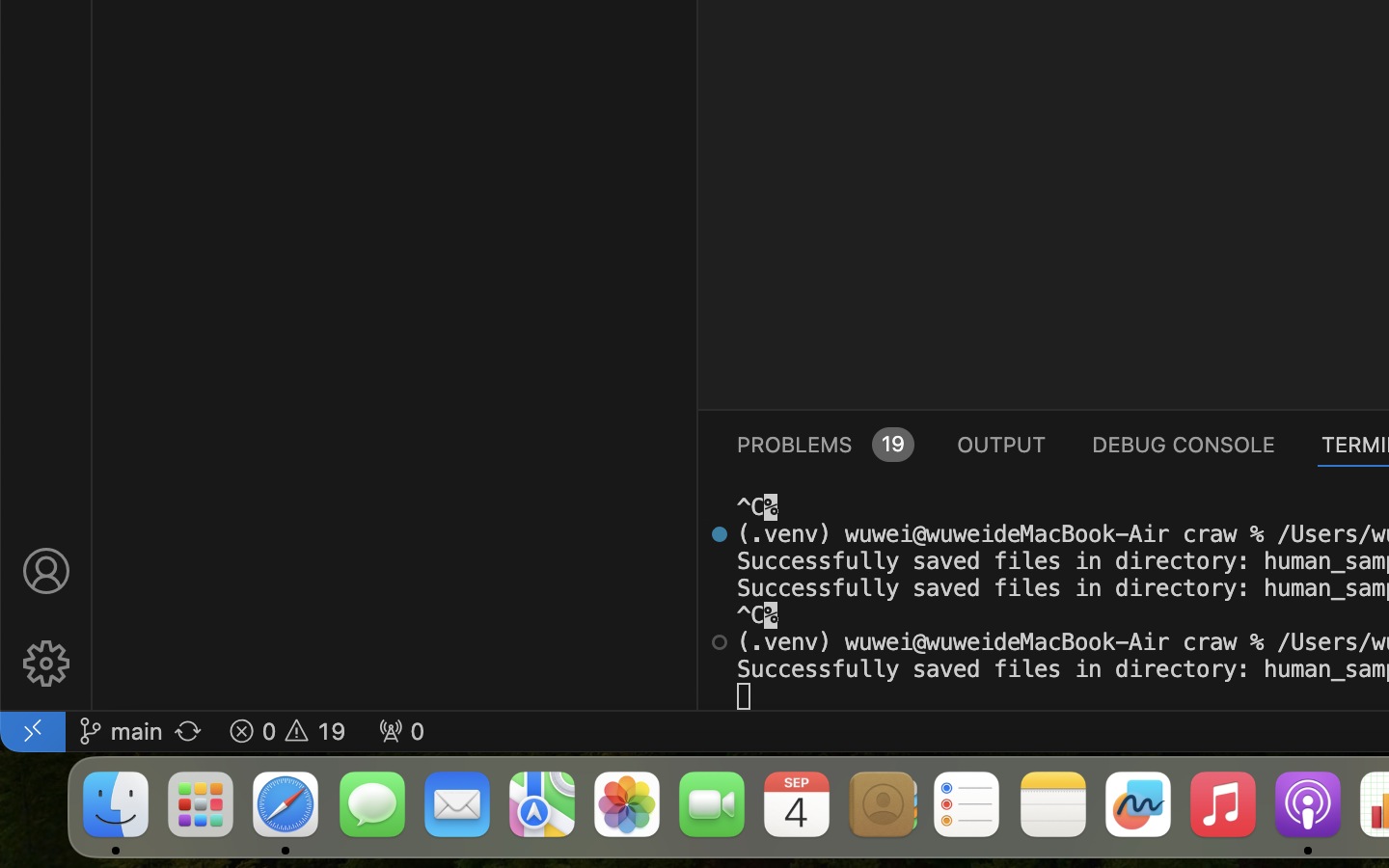  I want to click on '0 OUTPUT', so click(1001, 442).